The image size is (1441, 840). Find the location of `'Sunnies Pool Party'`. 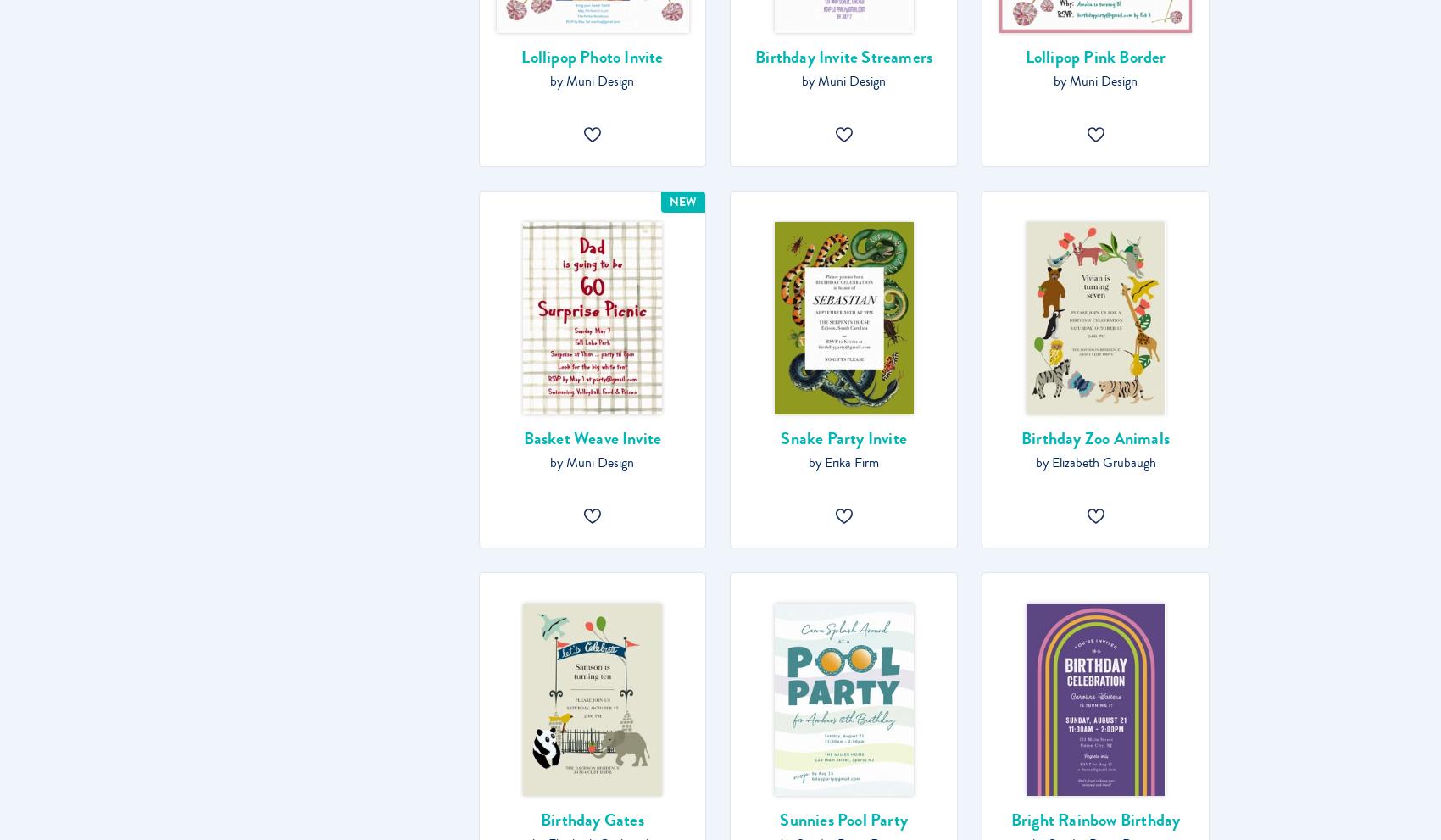

'Sunnies Pool Party' is located at coordinates (843, 820).